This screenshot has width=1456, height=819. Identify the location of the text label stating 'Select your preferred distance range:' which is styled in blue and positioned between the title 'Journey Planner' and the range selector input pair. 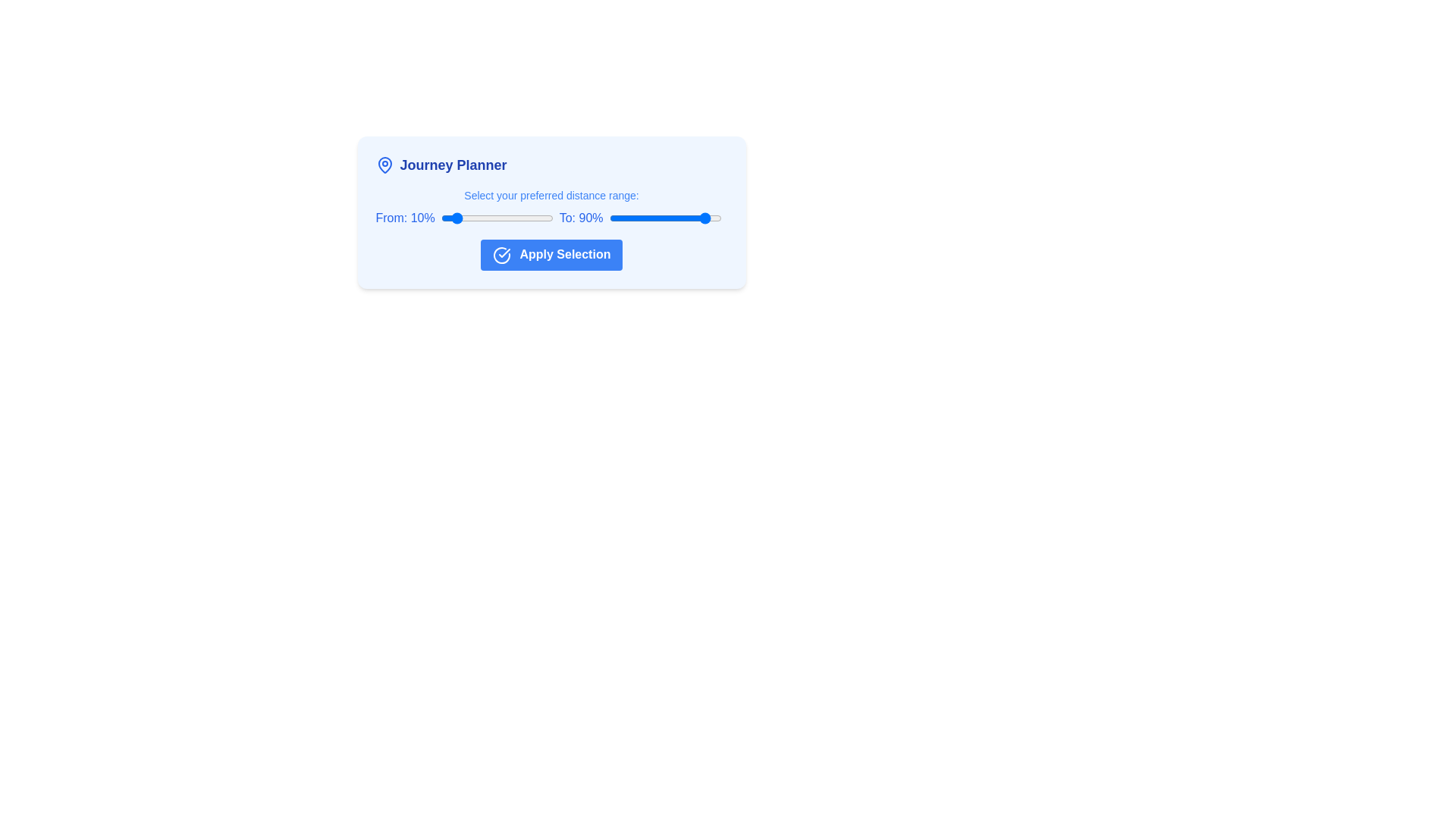
(551, 195).